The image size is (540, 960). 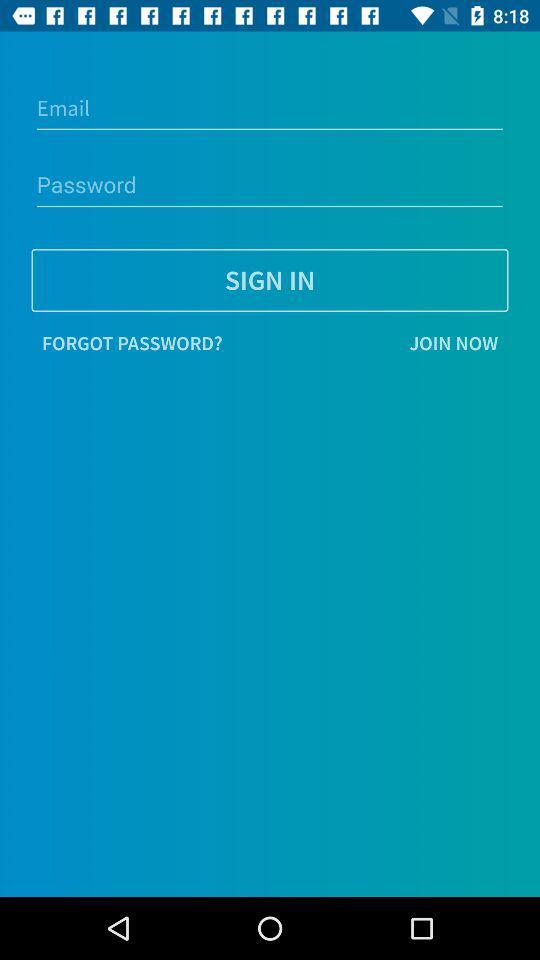 I want to click on the sign in icon, so click(x=270, y=279).